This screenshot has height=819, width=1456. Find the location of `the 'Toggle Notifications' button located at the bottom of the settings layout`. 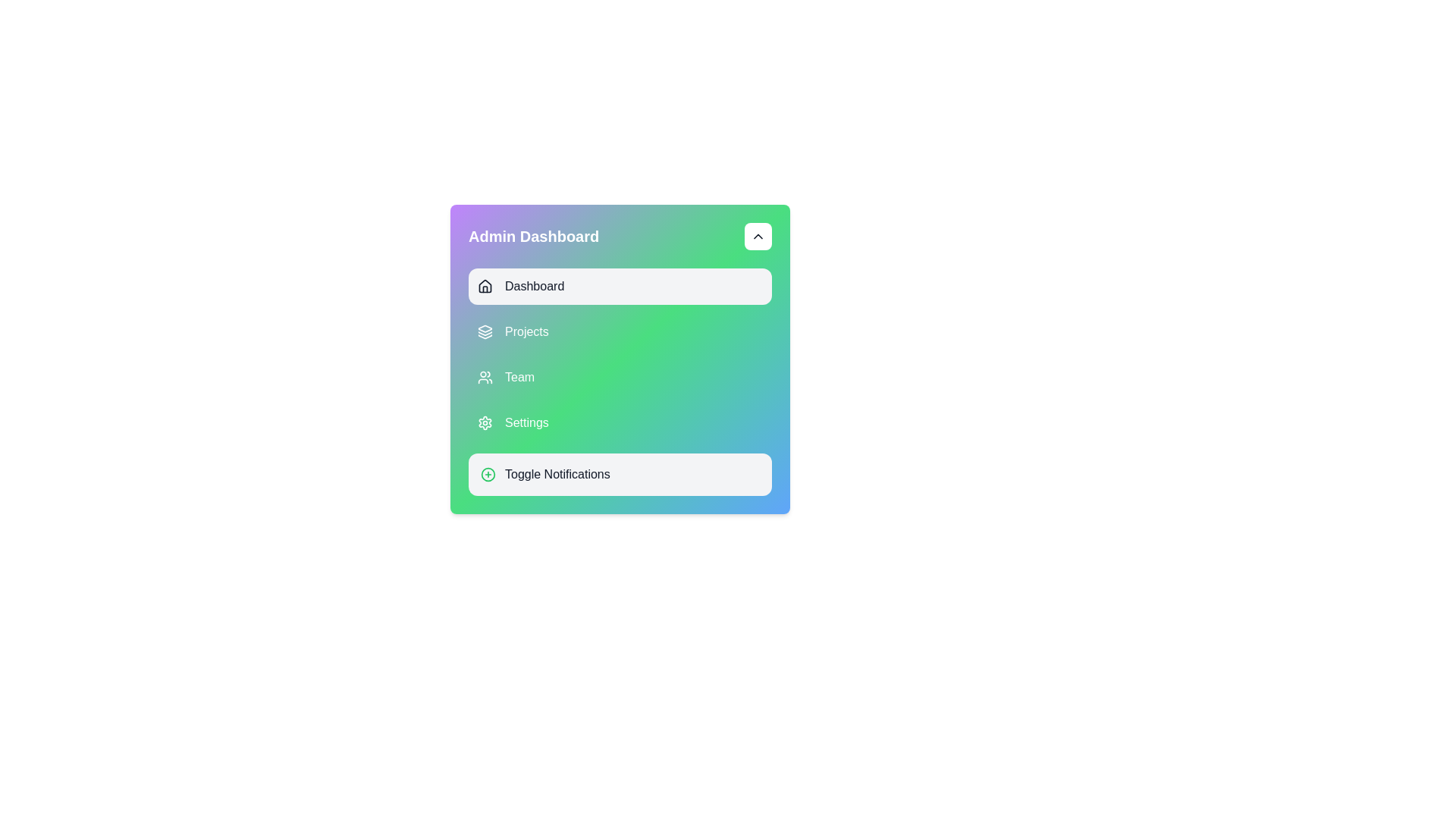

the 'Toggle Notifications' button located at the bottom of the settings layout is located at coordinates (620, 473).